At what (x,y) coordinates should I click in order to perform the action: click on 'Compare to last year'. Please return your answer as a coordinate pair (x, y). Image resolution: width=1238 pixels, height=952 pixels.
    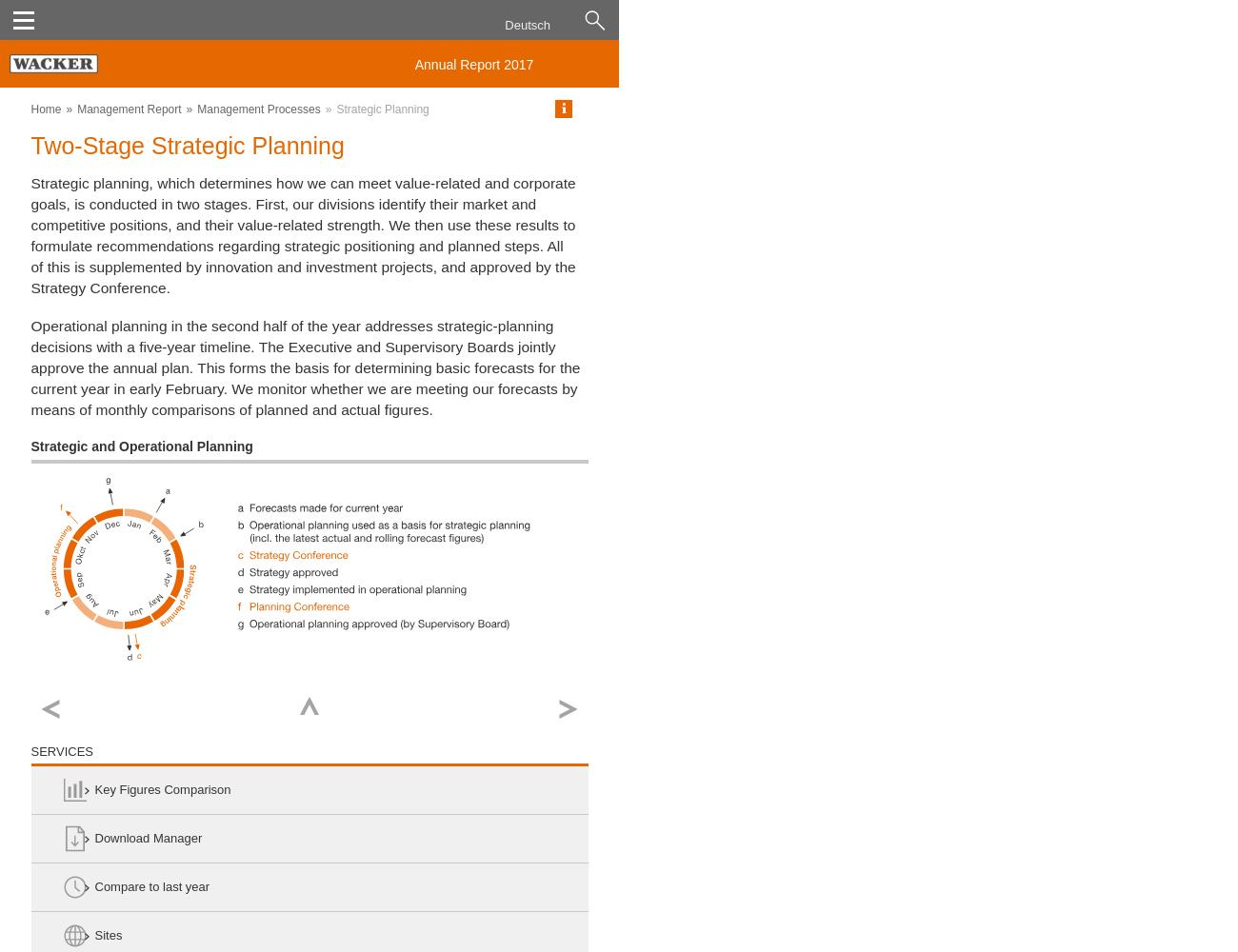
    Looking at the image, I should click on (150, 885).